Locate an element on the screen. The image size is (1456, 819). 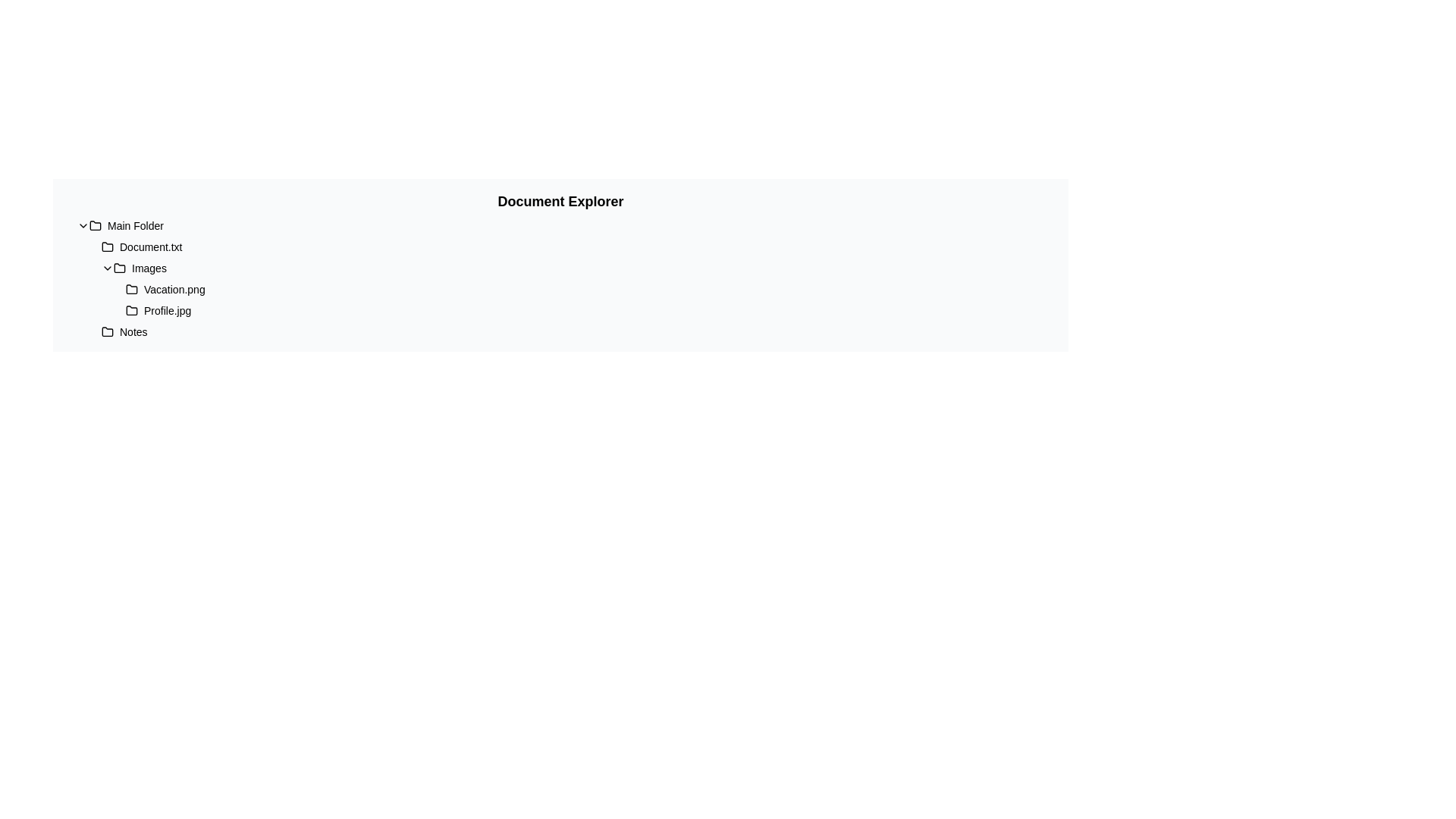
the 'Notes' text label in the navigation tree is located at coordinates (133, 331).